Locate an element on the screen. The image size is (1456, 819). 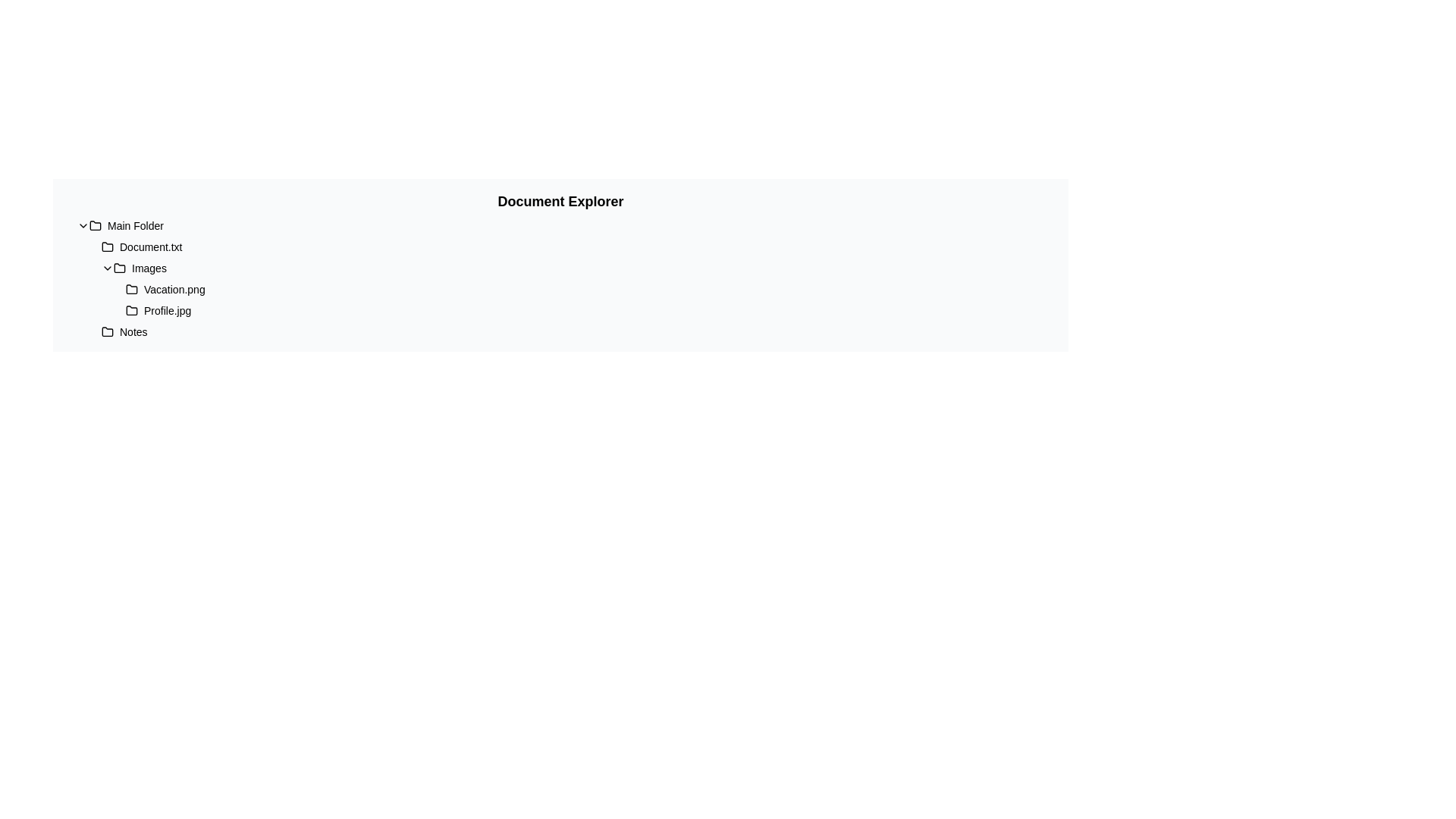
the 'Notes' text label in the navigation tree is located at coordinates (133, 331).